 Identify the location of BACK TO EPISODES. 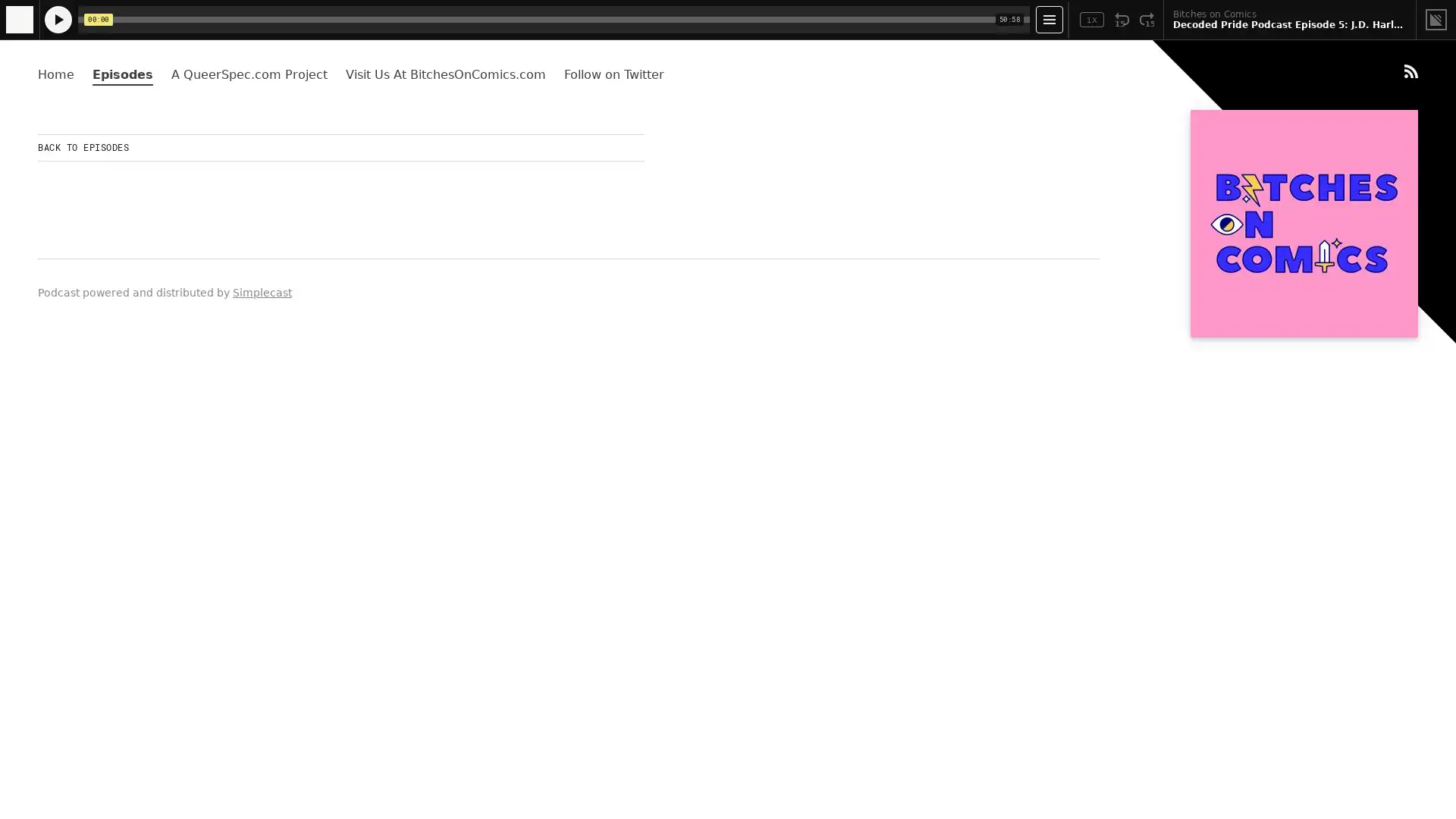
(340, 148).